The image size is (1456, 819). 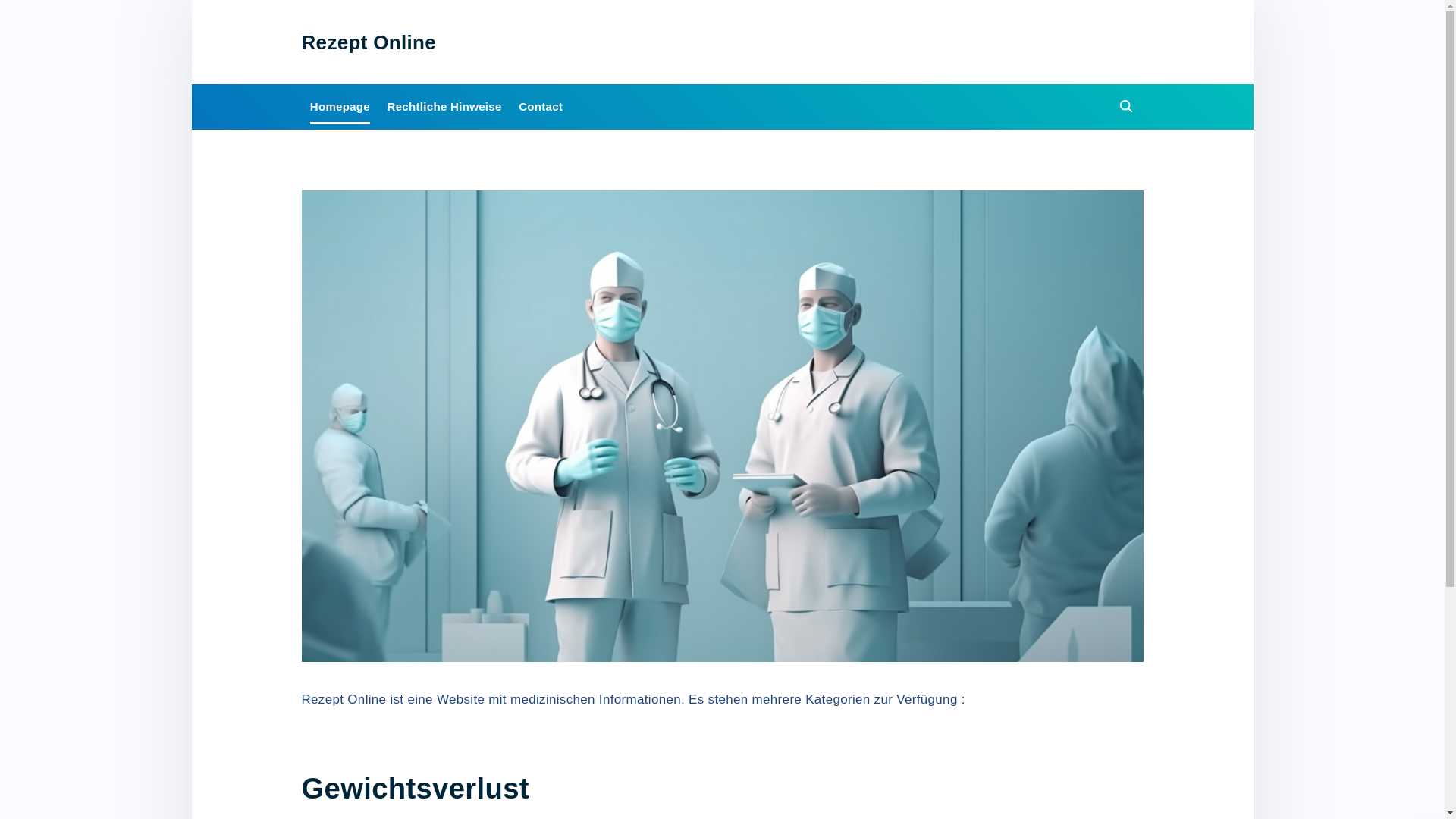 I want to click on 'Contact', so click(x=541, y=105).